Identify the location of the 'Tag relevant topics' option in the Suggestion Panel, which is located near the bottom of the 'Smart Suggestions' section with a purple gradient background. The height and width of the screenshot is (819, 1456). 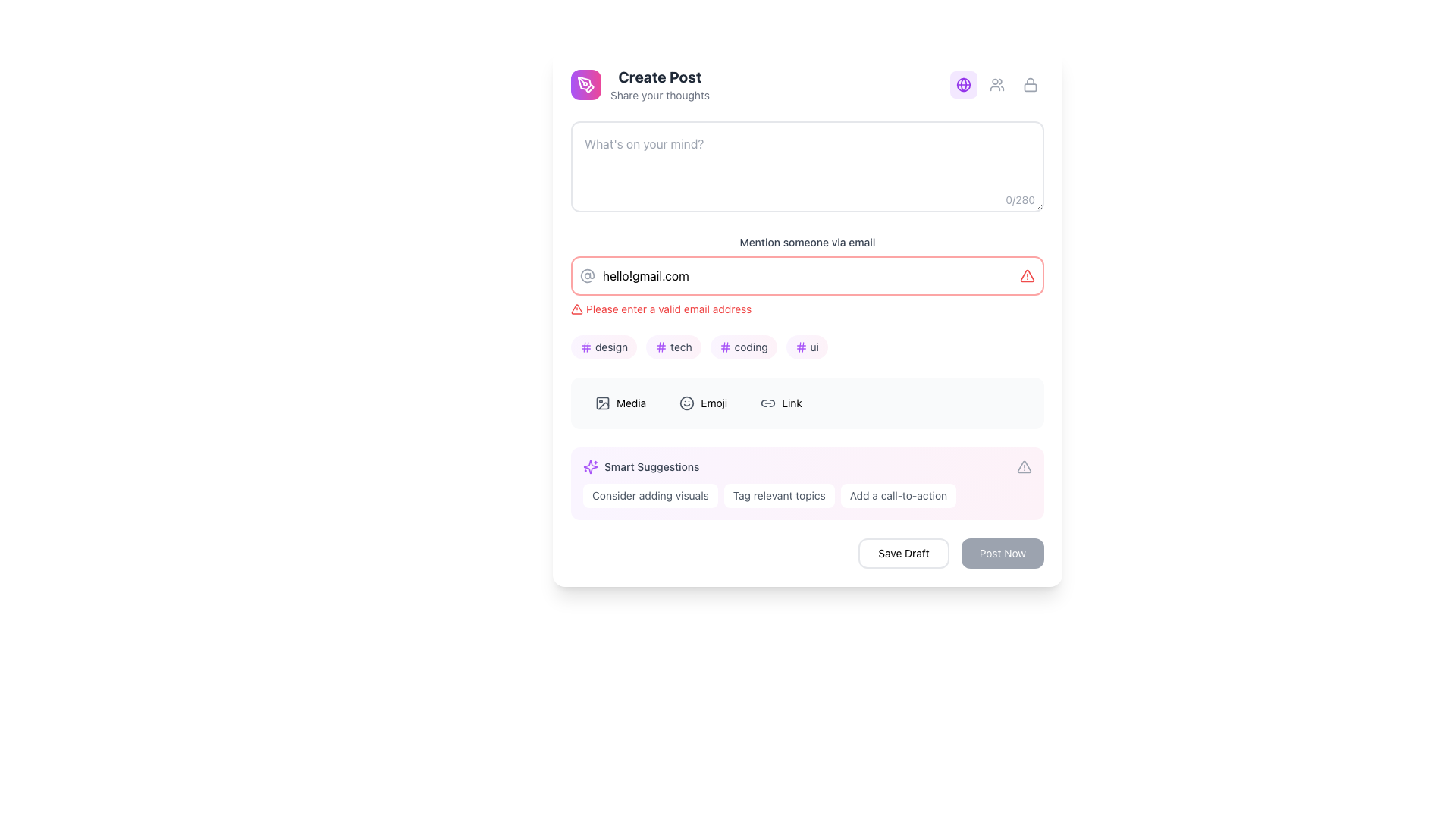
(807, 496).